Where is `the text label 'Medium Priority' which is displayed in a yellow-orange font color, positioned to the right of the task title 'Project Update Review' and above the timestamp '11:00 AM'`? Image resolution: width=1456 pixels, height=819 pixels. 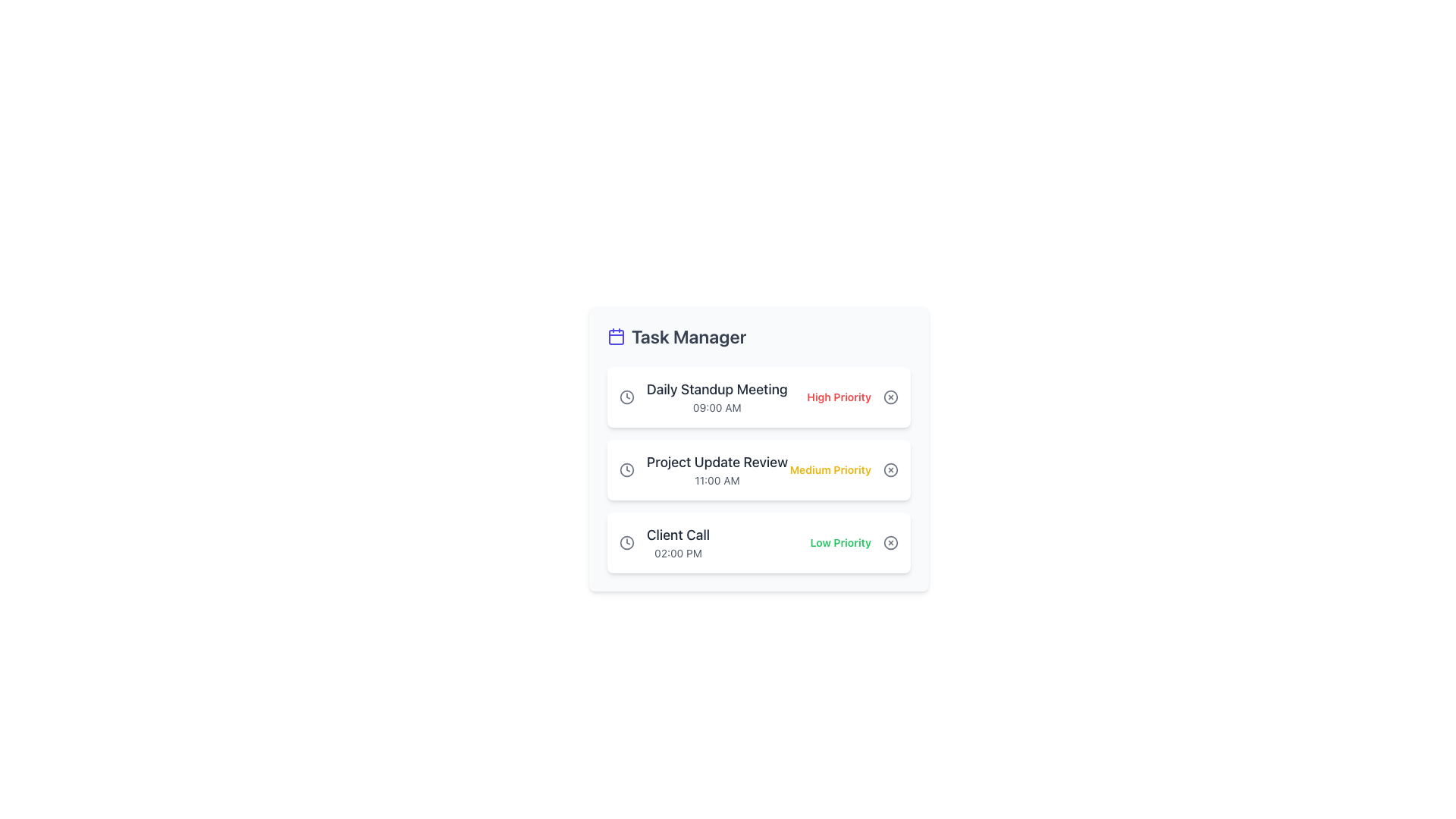
the text label 'Medium Priority' which is displayed in a yellow-orange font color, positioned to the right of the task title 'Project Update Review' and above the timestamp '11:00 AM' is located at coordinates (830, 469).